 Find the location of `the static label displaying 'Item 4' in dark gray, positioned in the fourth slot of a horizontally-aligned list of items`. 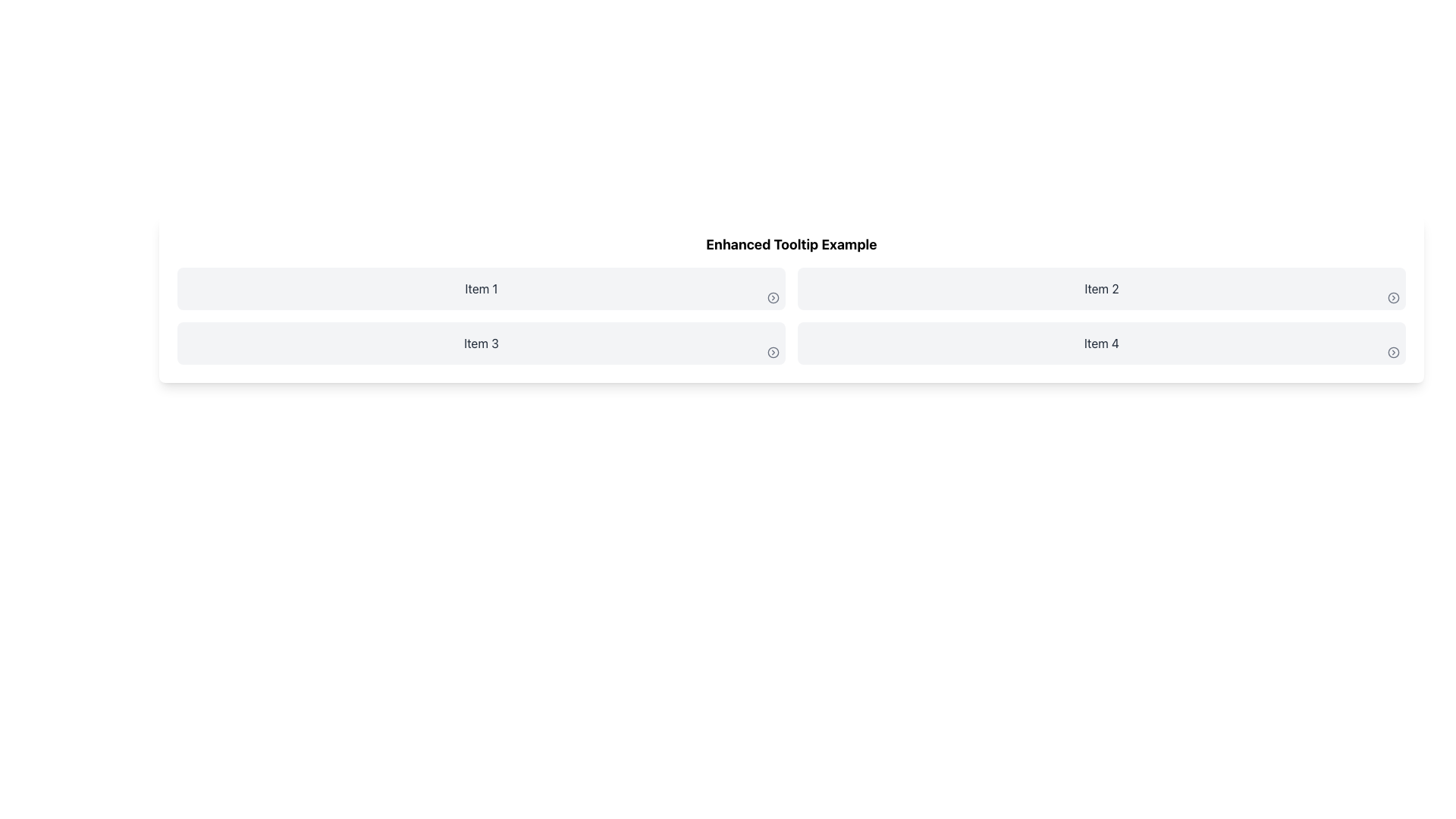

the static label displaying 'Item 4' in dark gray, positioned in the fourth slot of a horizontally-aligned list of items is located at coordinates (1102, 343).